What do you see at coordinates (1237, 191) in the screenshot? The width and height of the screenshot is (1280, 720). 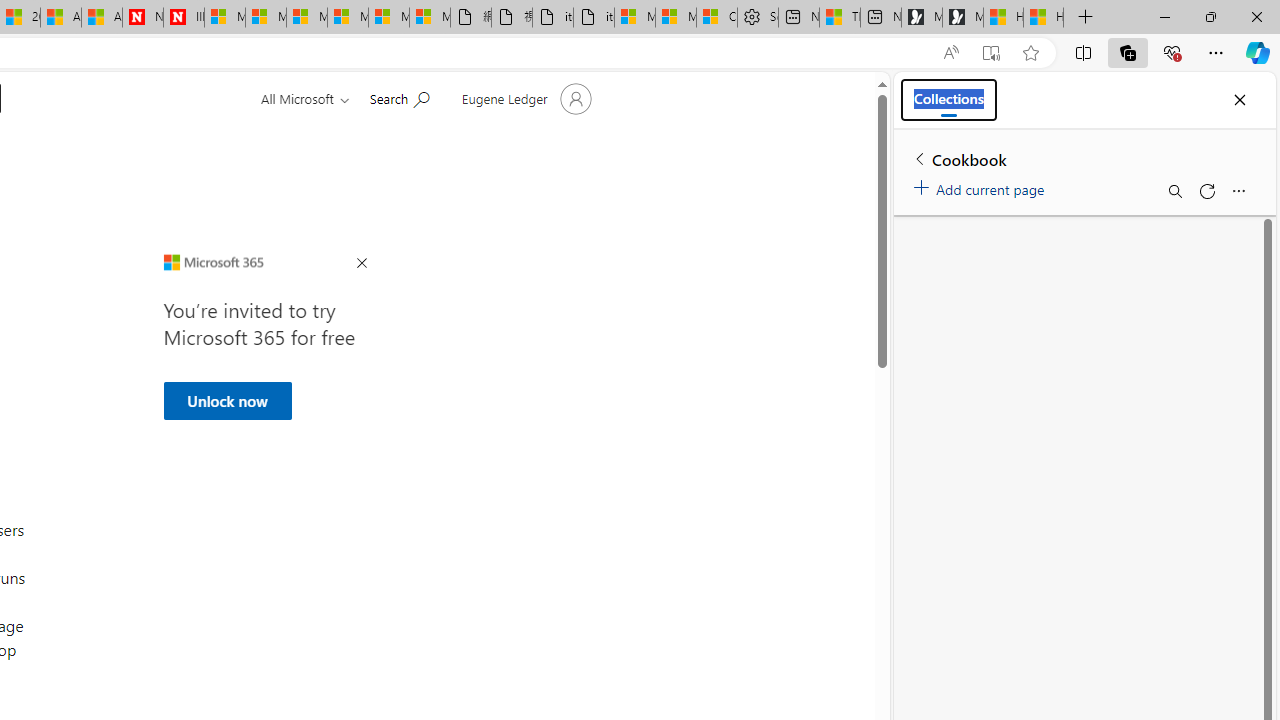 I see `'More options menu'` at bounding box center [1237, 191].